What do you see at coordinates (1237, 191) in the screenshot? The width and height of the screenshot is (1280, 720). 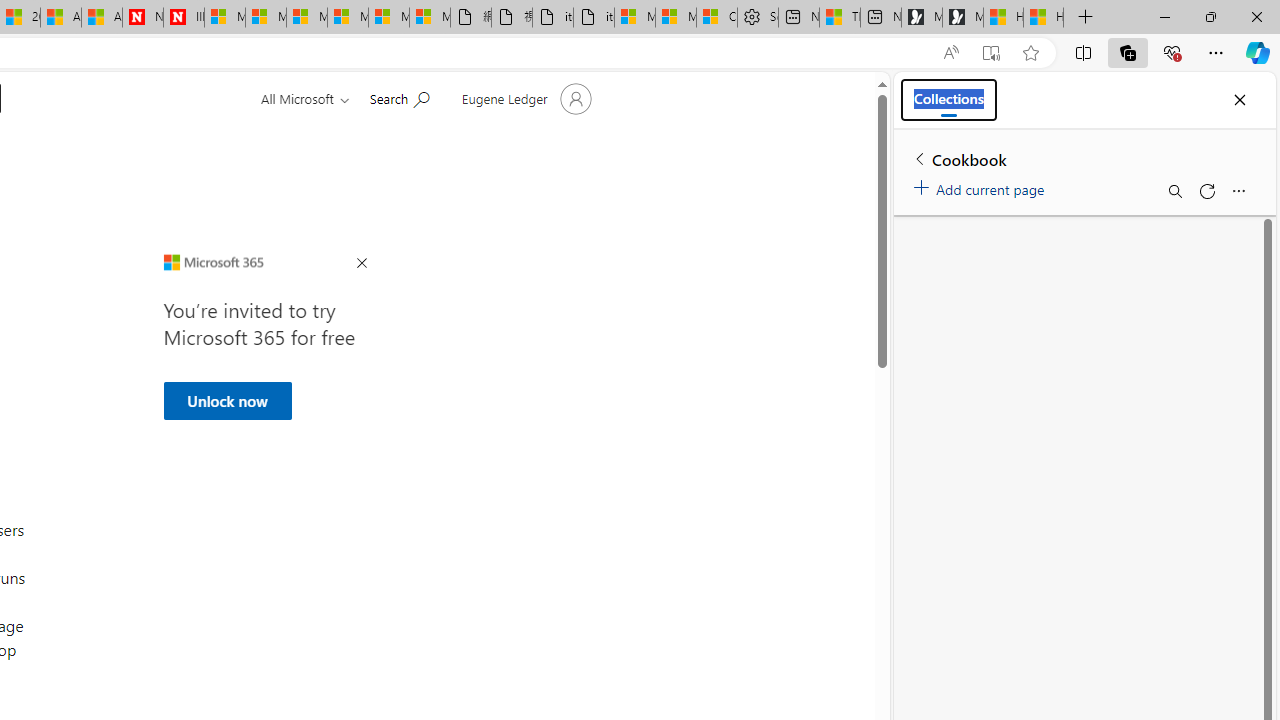 I see `'More options menu'` at bounding box center [1237, 191].